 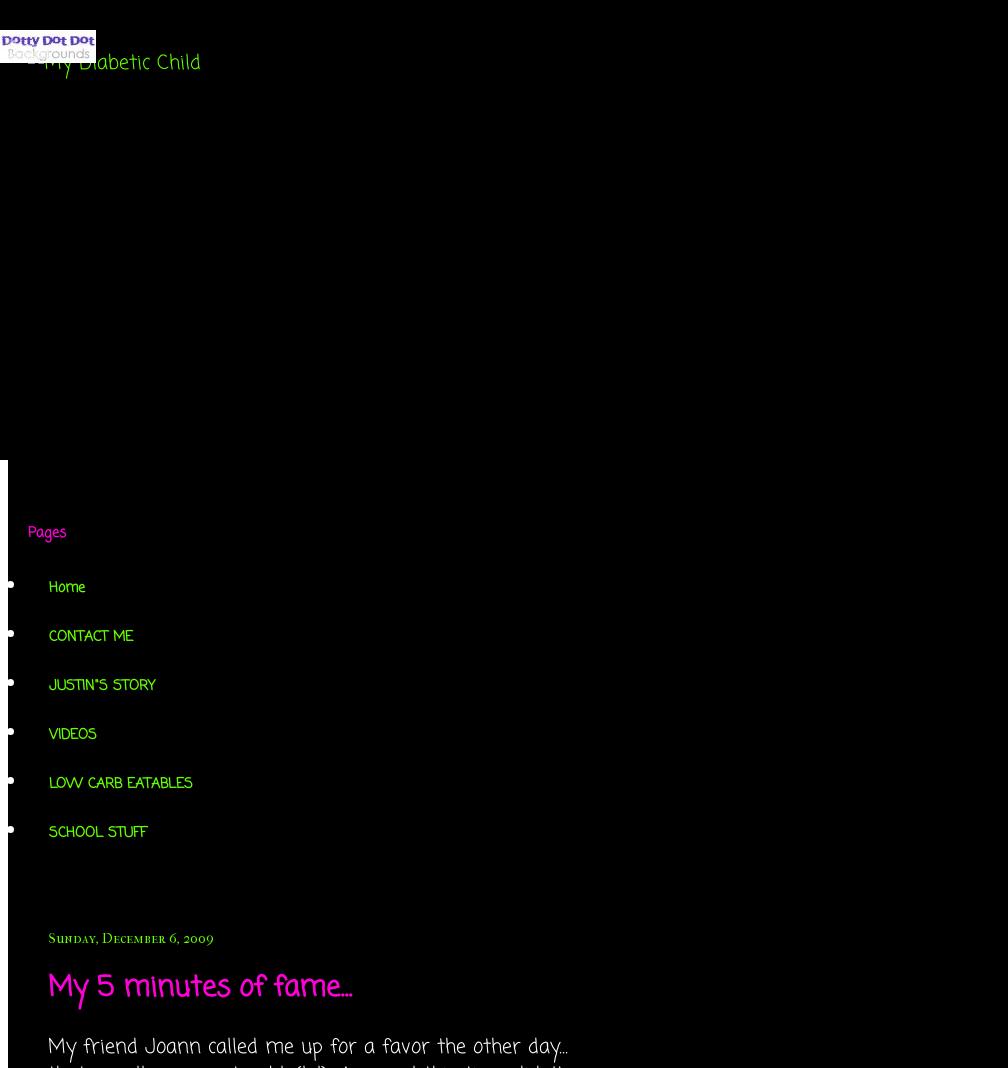 I want to click on 'JUSTIN"S STORY', so click(x=102, y=686).